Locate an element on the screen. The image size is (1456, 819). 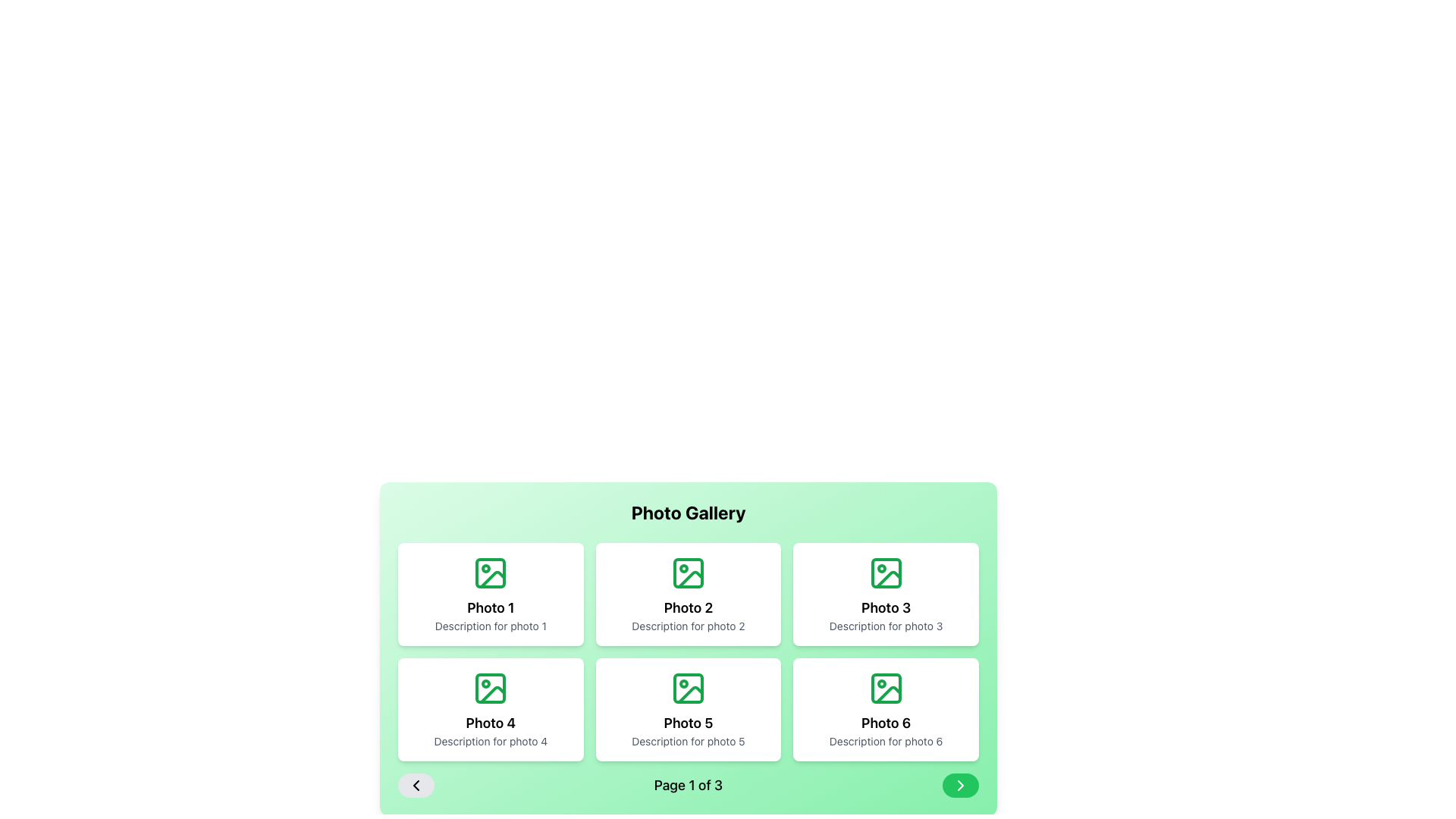
the navigation icon located in the bottom-left corner of the photo gallery interface's button is located at coordinates (416, 785).